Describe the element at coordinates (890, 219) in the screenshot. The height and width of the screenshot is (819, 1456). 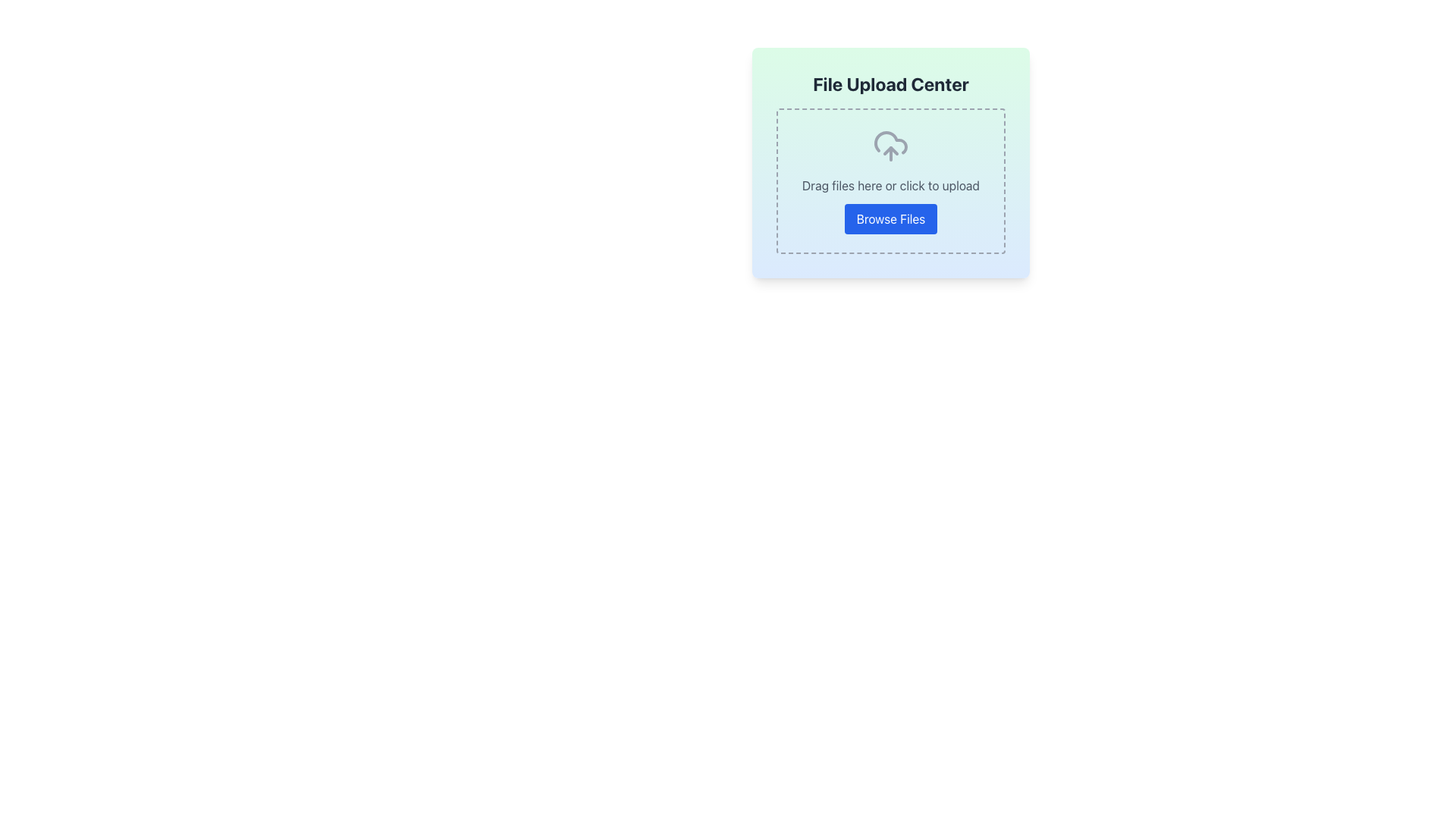
I see `the 'Browse Files' button, which is a rectangular button with a blue background and white text` at that location.